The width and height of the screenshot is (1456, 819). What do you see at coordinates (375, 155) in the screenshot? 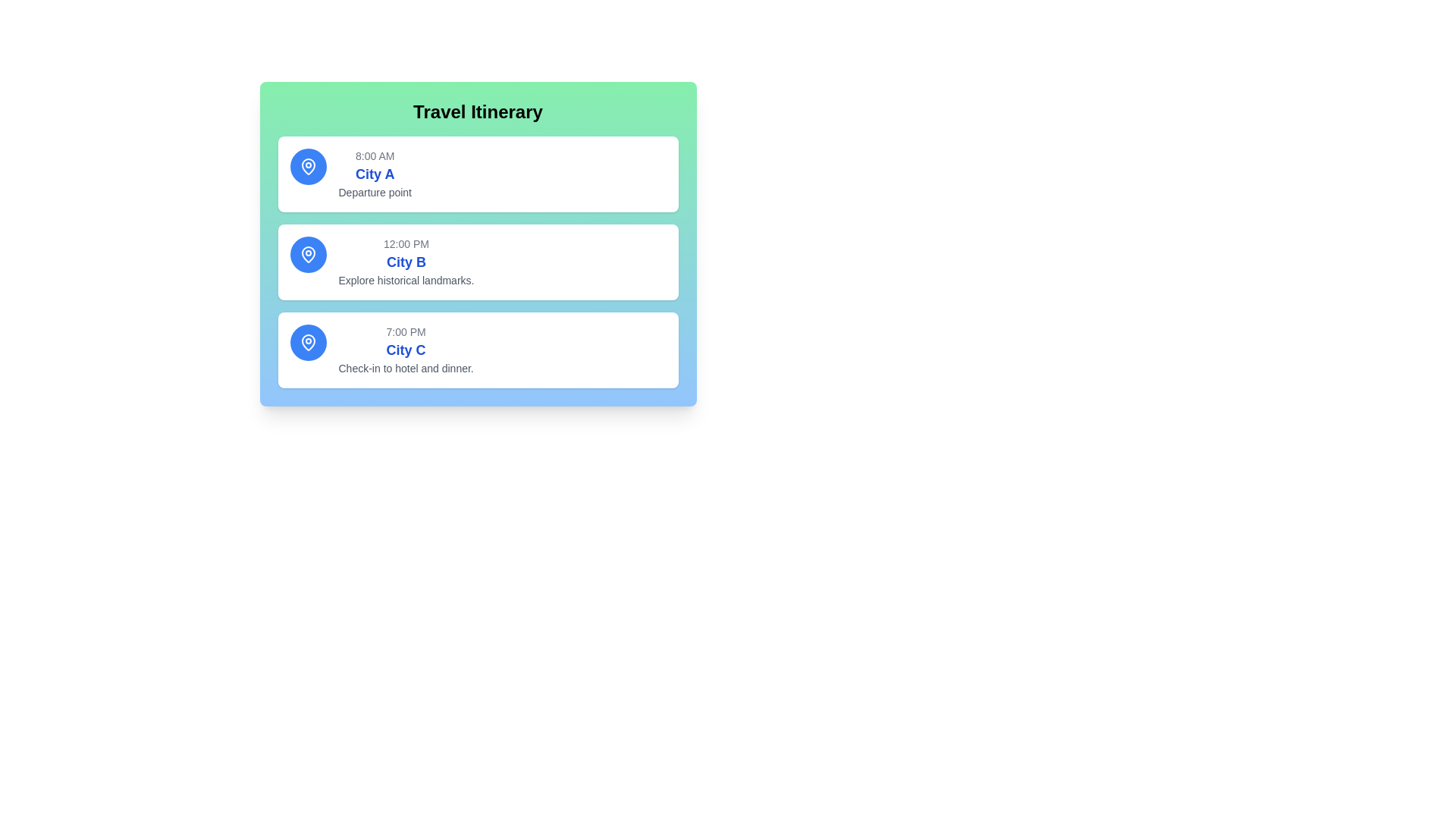
I see `the text label displaying '8:00 AM' located at the top of the card for 'City A'` at bounding box center [375, 155].